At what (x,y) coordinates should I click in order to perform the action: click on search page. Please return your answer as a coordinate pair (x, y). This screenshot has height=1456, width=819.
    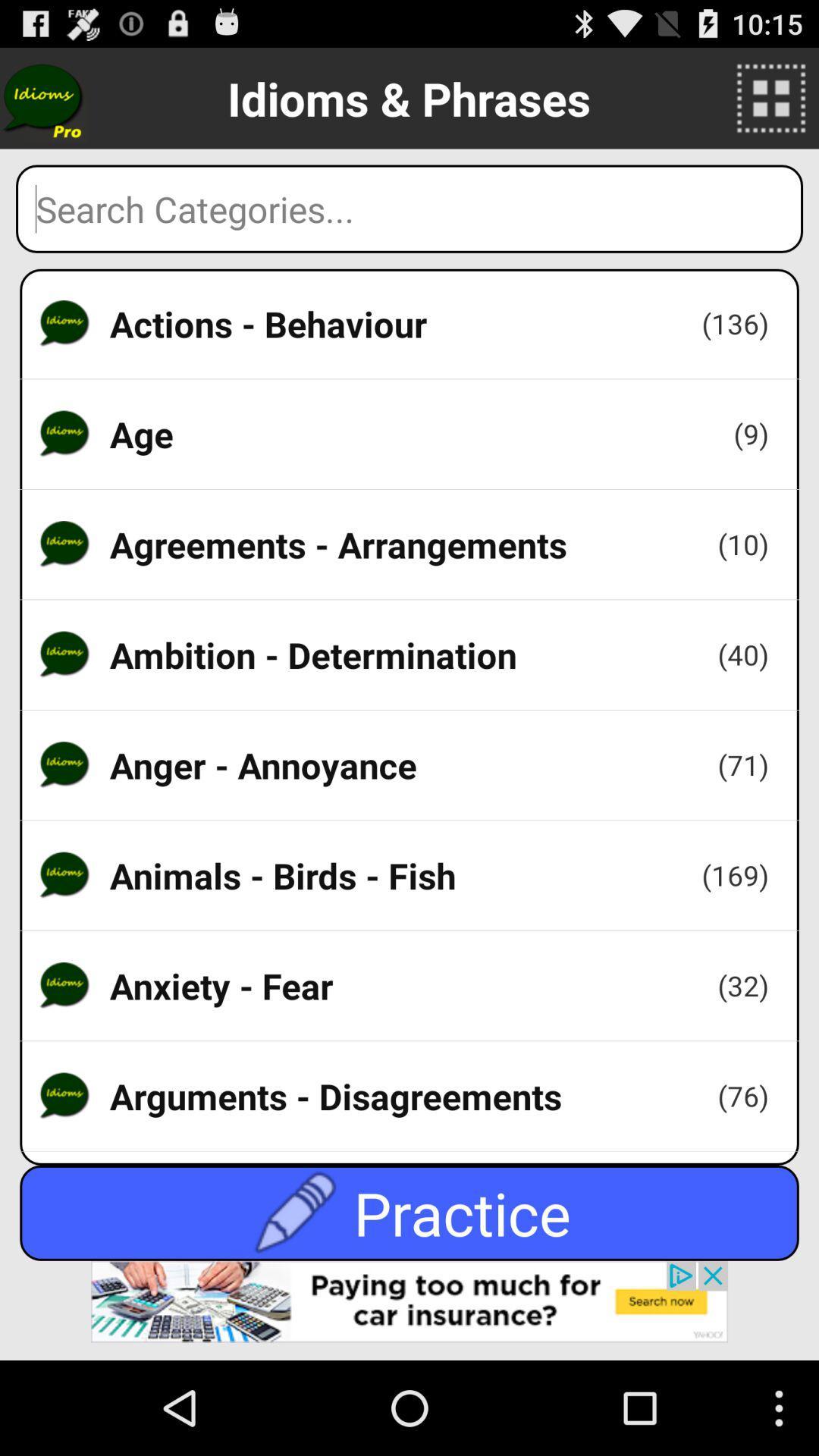
    Looking at the image, I should click on (409, 208).